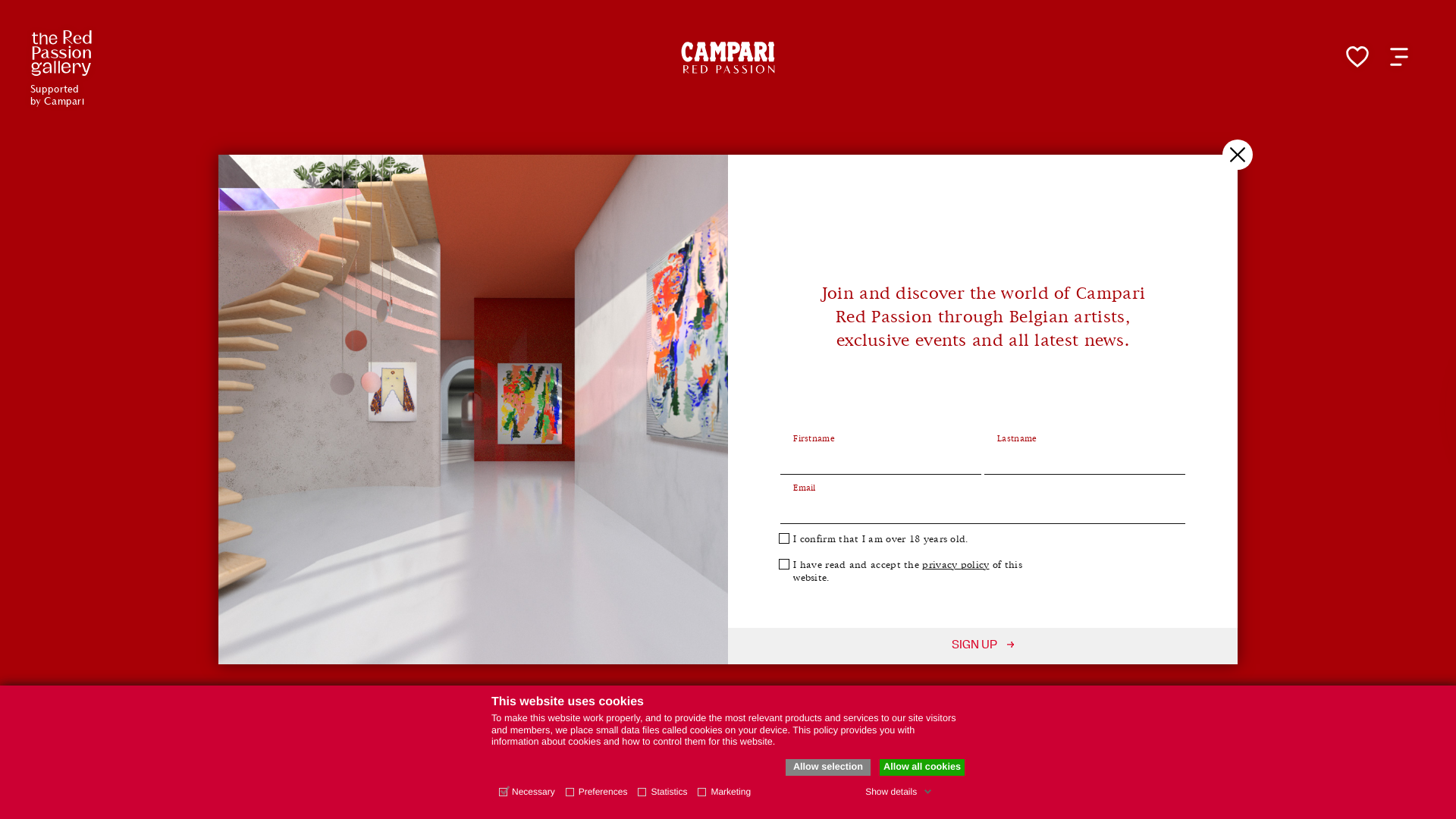  Describe the element at coordinates (1357, 55) in the screenshot. I see `'My favorite page'` at that location.